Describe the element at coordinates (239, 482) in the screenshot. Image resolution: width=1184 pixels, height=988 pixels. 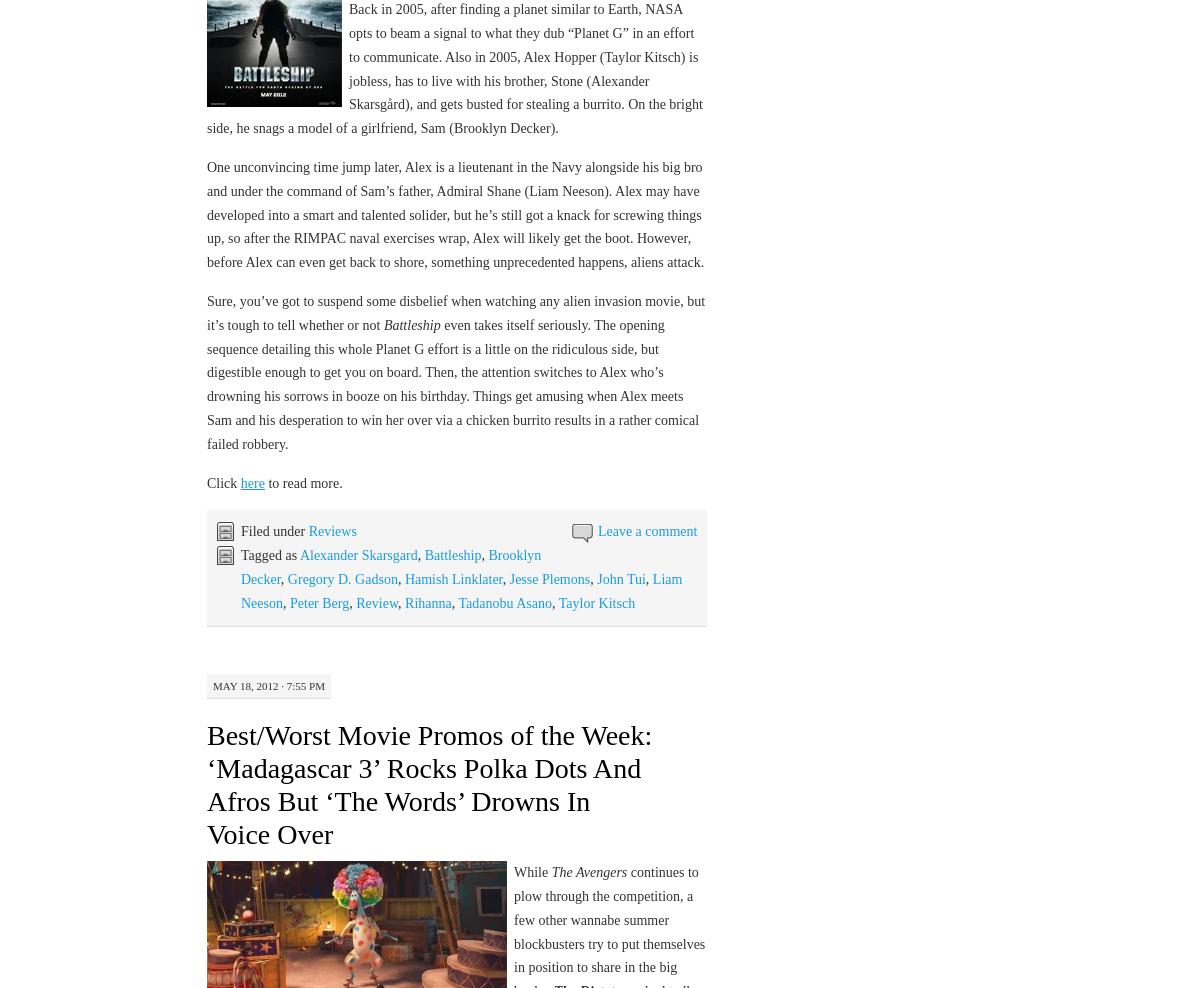
I see `'here'` at that location.